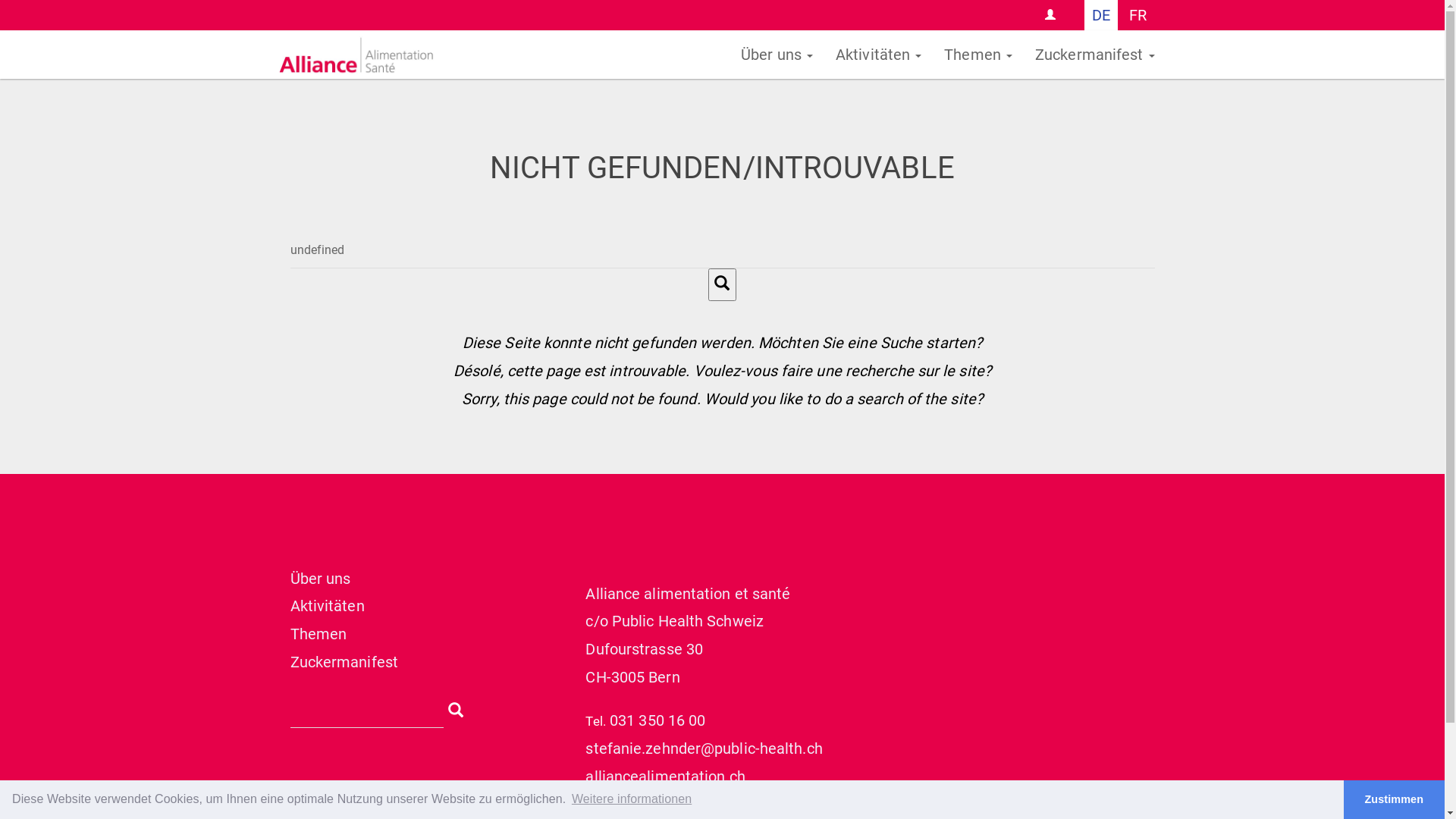 The height and width of the screenshot is (819, 1456). I want to click on 'Zuckermanifest', so click(1095, 54).